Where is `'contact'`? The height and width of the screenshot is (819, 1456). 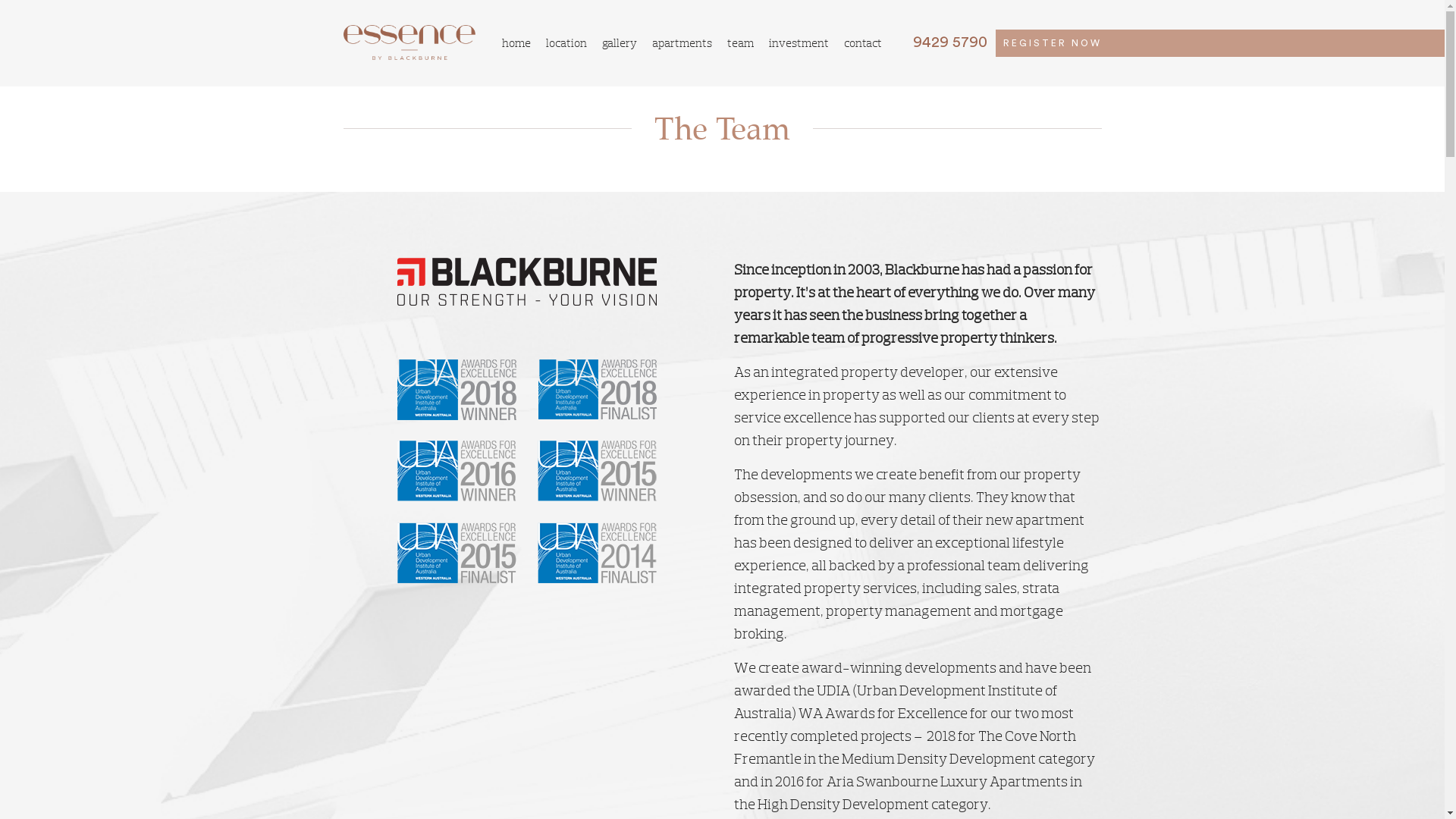
'contact' is located at coordinates (862, 42).